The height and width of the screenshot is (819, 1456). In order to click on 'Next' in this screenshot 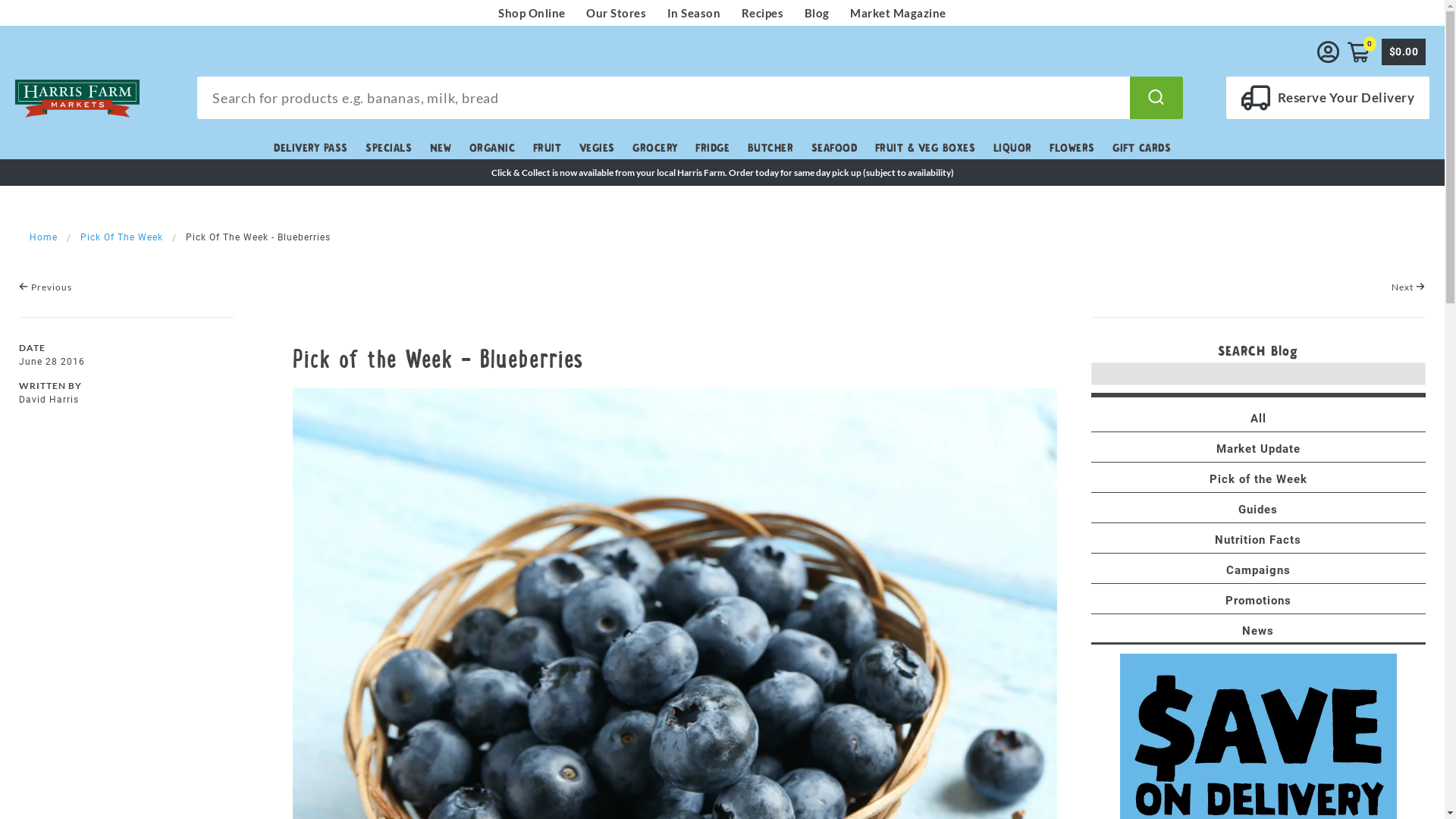, I will do `click(1407, 287)`.